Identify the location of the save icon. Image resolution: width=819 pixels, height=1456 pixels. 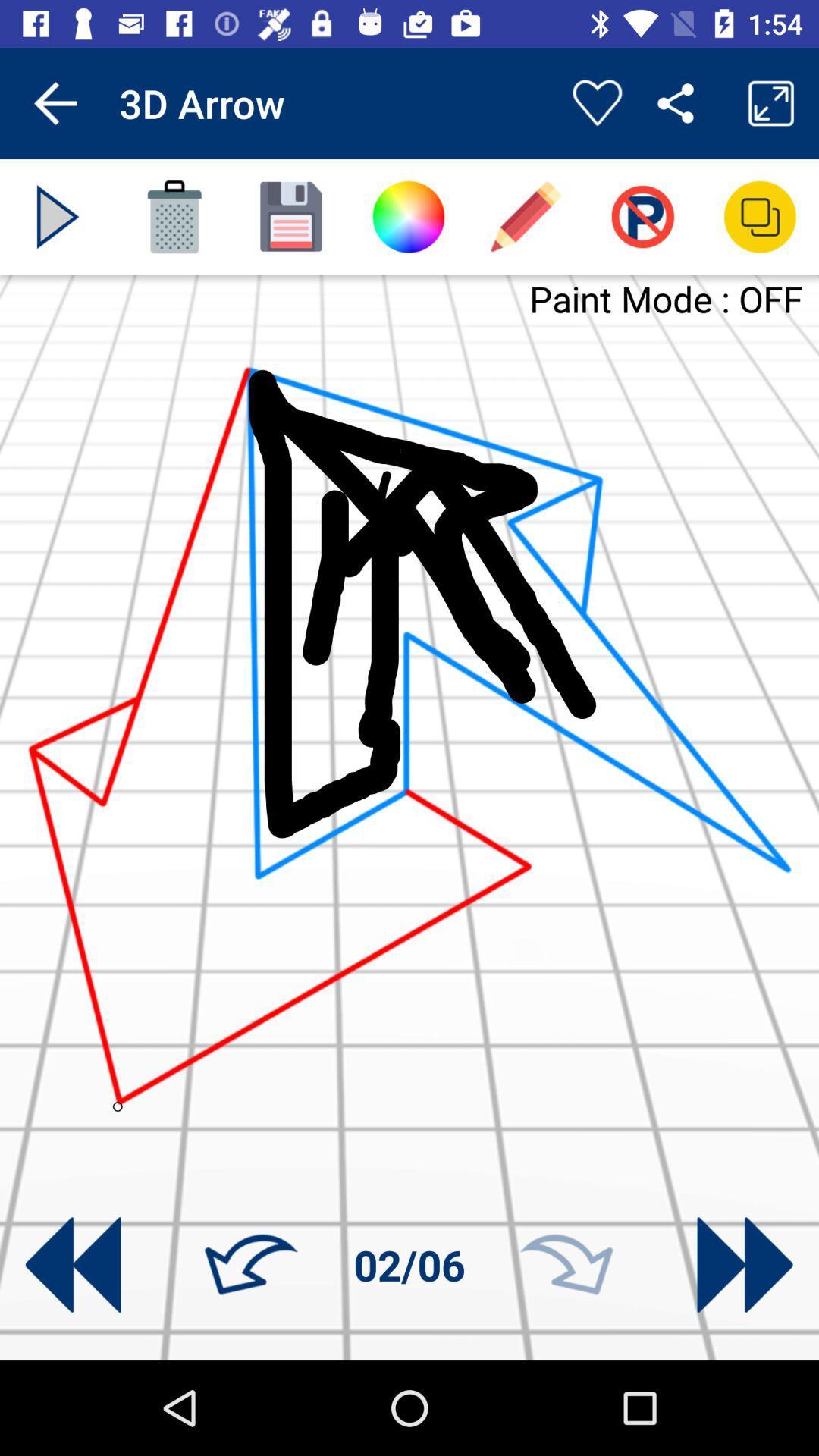
(291, 216).